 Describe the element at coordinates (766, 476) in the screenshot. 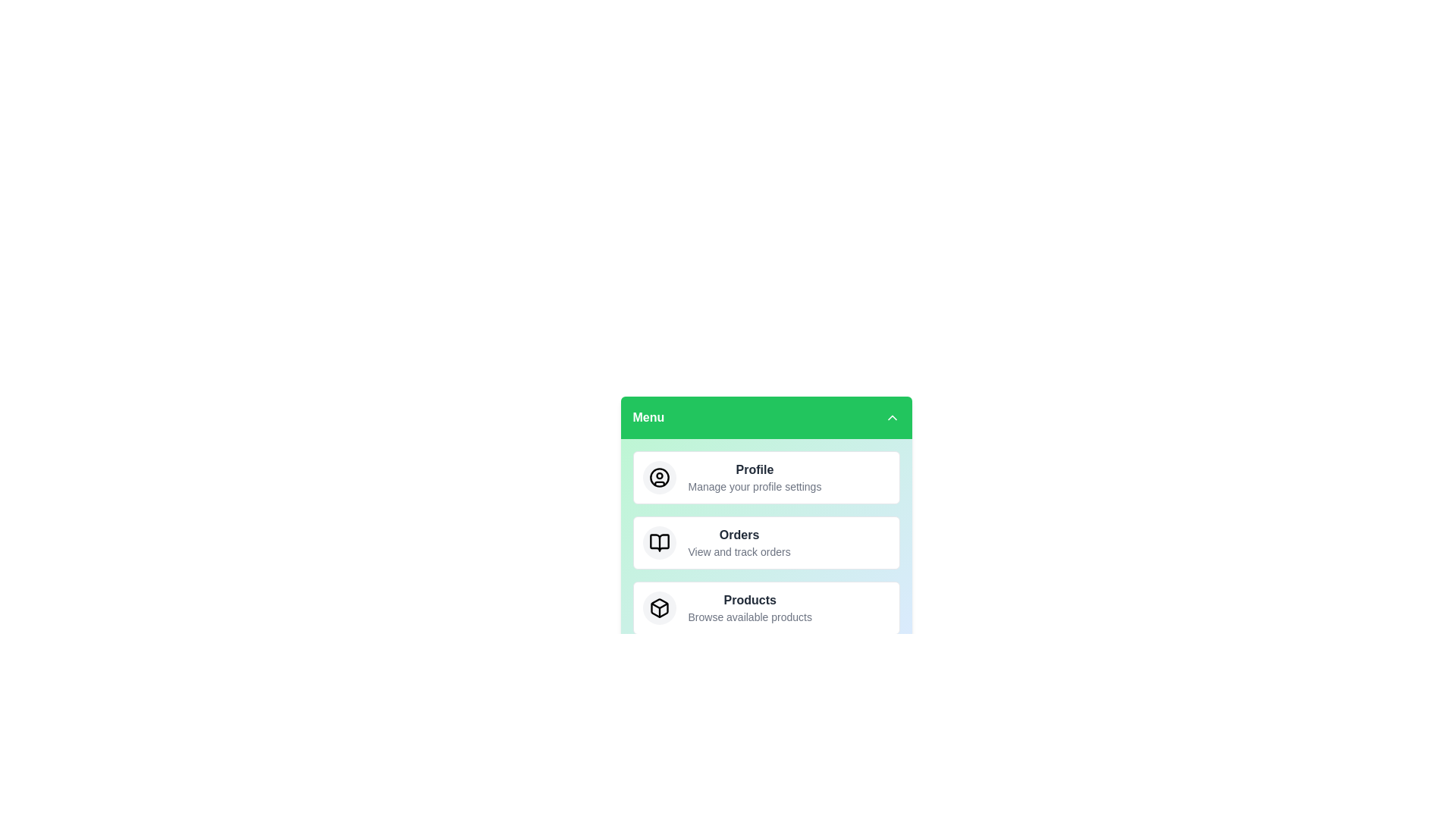

I see `the menu item labeled Profile to select it` at that location.